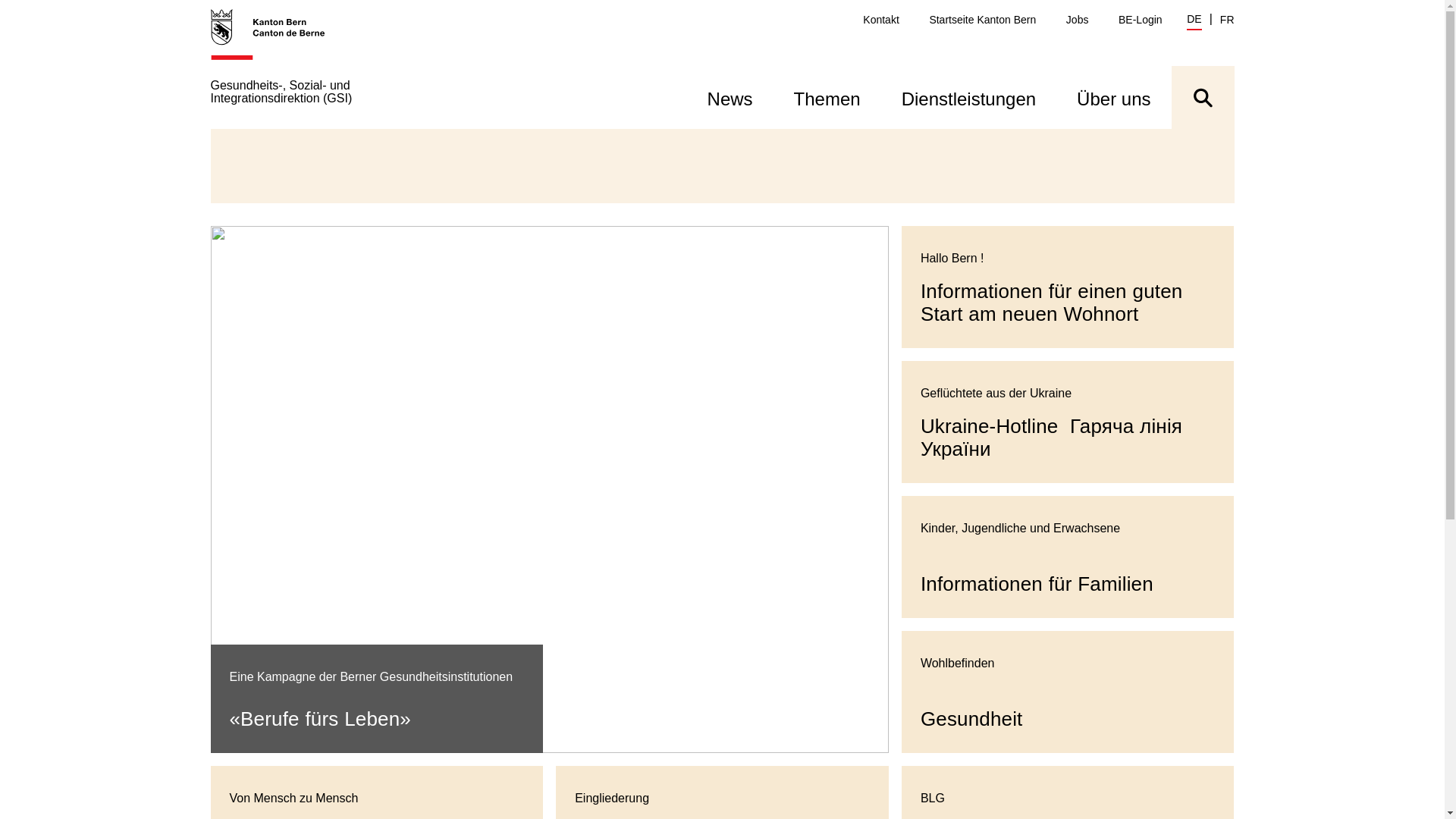  Describe the element at coordinates (1076, 20) in the screenshot. I see `'Jobs'` at that location.